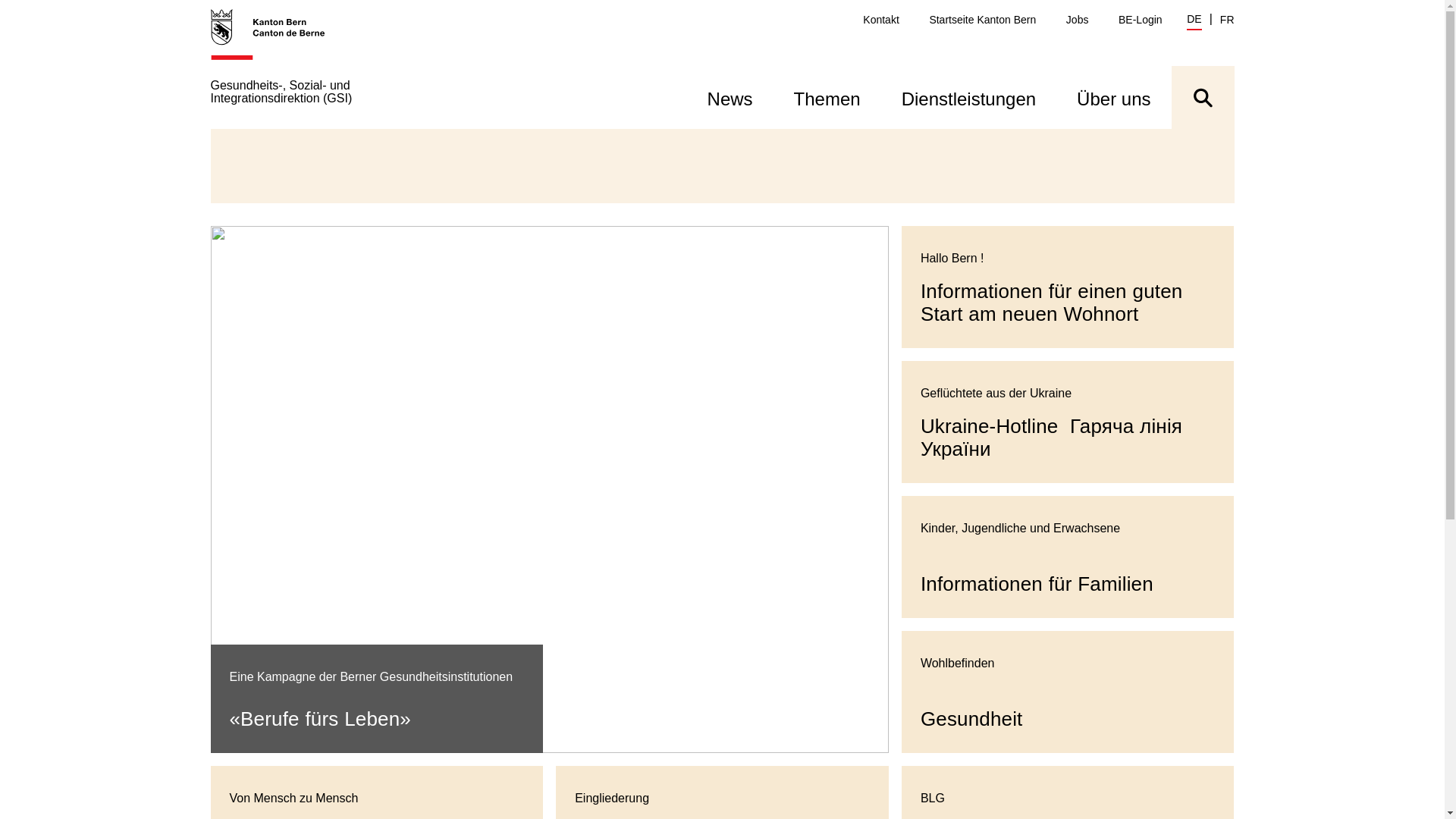  Describe the element at coordinates (1076, 20) in the screenshot. I see `'Jobs'` at that location.